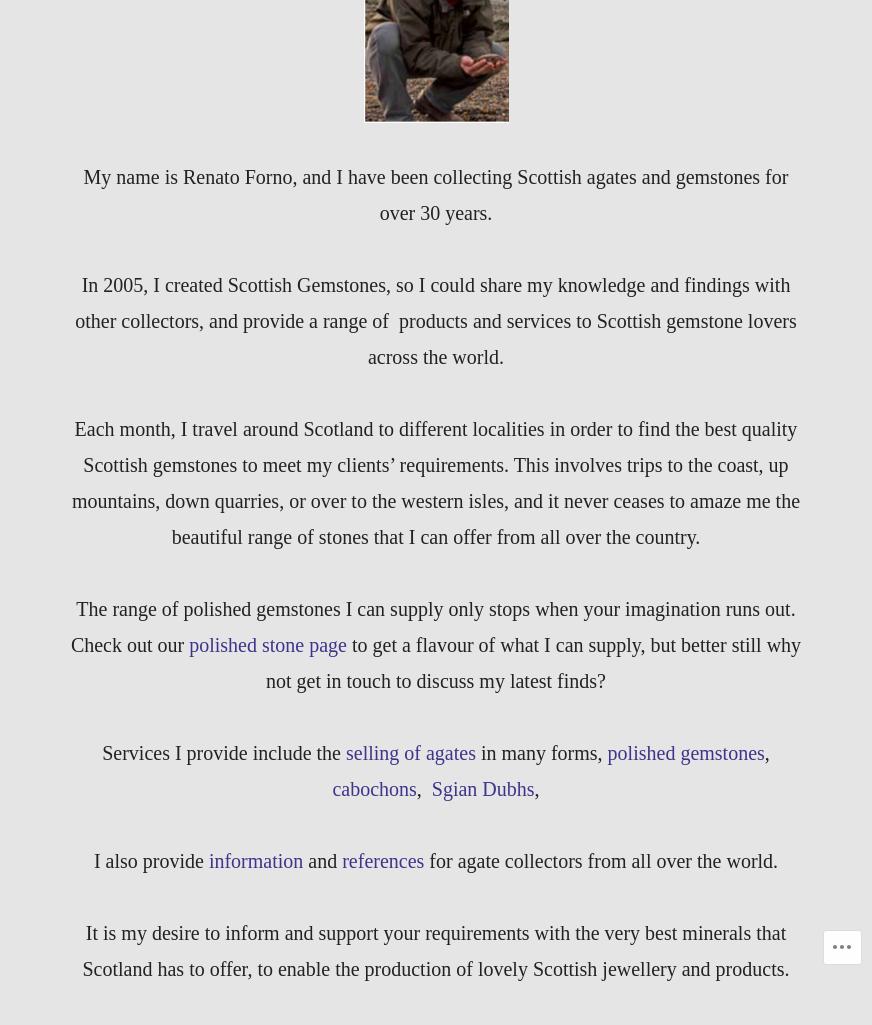  What do you see at coordinates (432, 624) in the screenshot?
I see `'The range of polished gemstones I can supply only stops when your imagination runs out. Check out our'` at bounding box center [432, 624].